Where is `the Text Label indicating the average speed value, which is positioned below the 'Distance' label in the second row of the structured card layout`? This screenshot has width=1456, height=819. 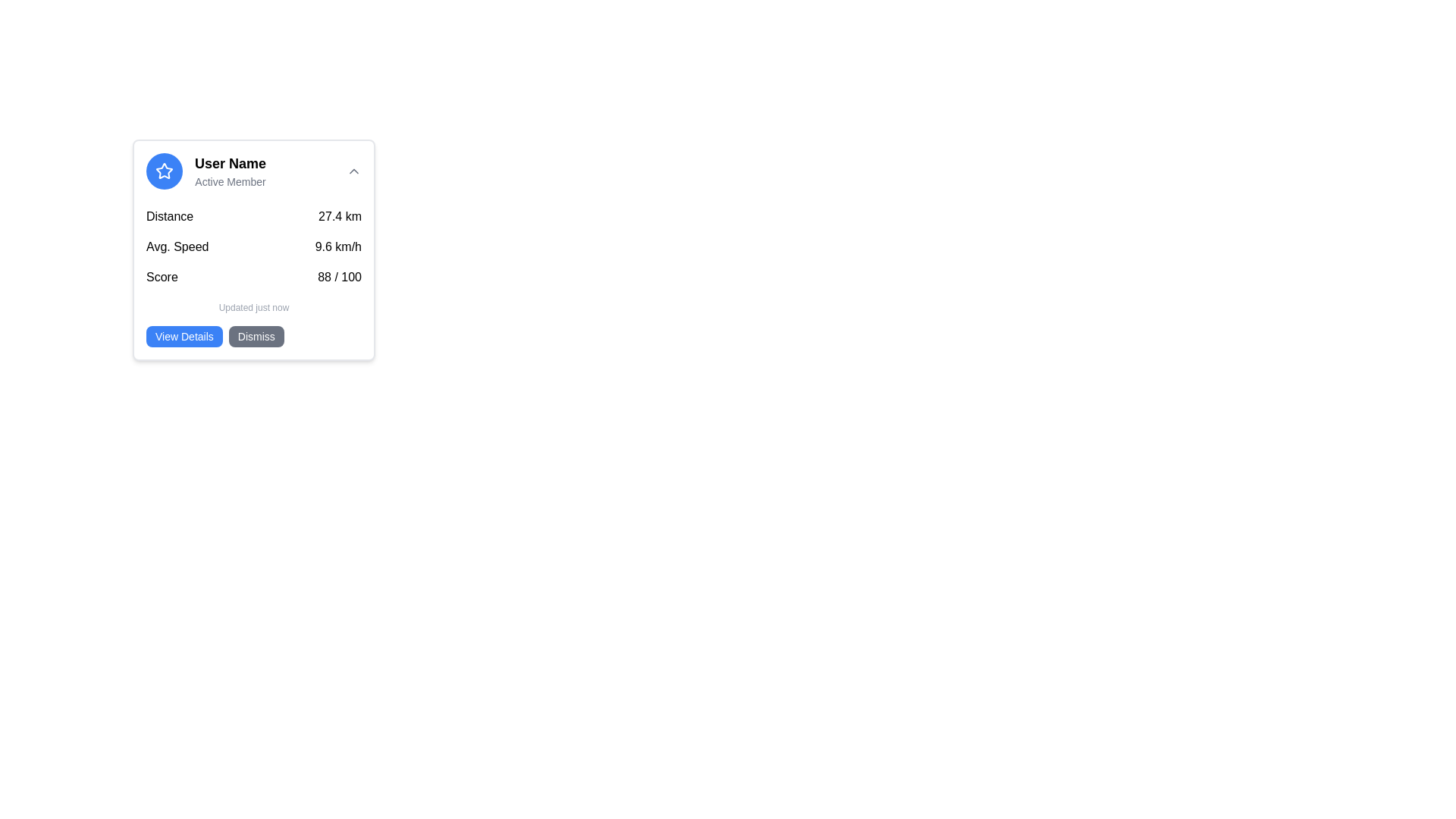
the Text Label indicating the average speed value, which is positioned below the 'Distance' label in the second row of the structured card layout is located at coordinates (177, 246).